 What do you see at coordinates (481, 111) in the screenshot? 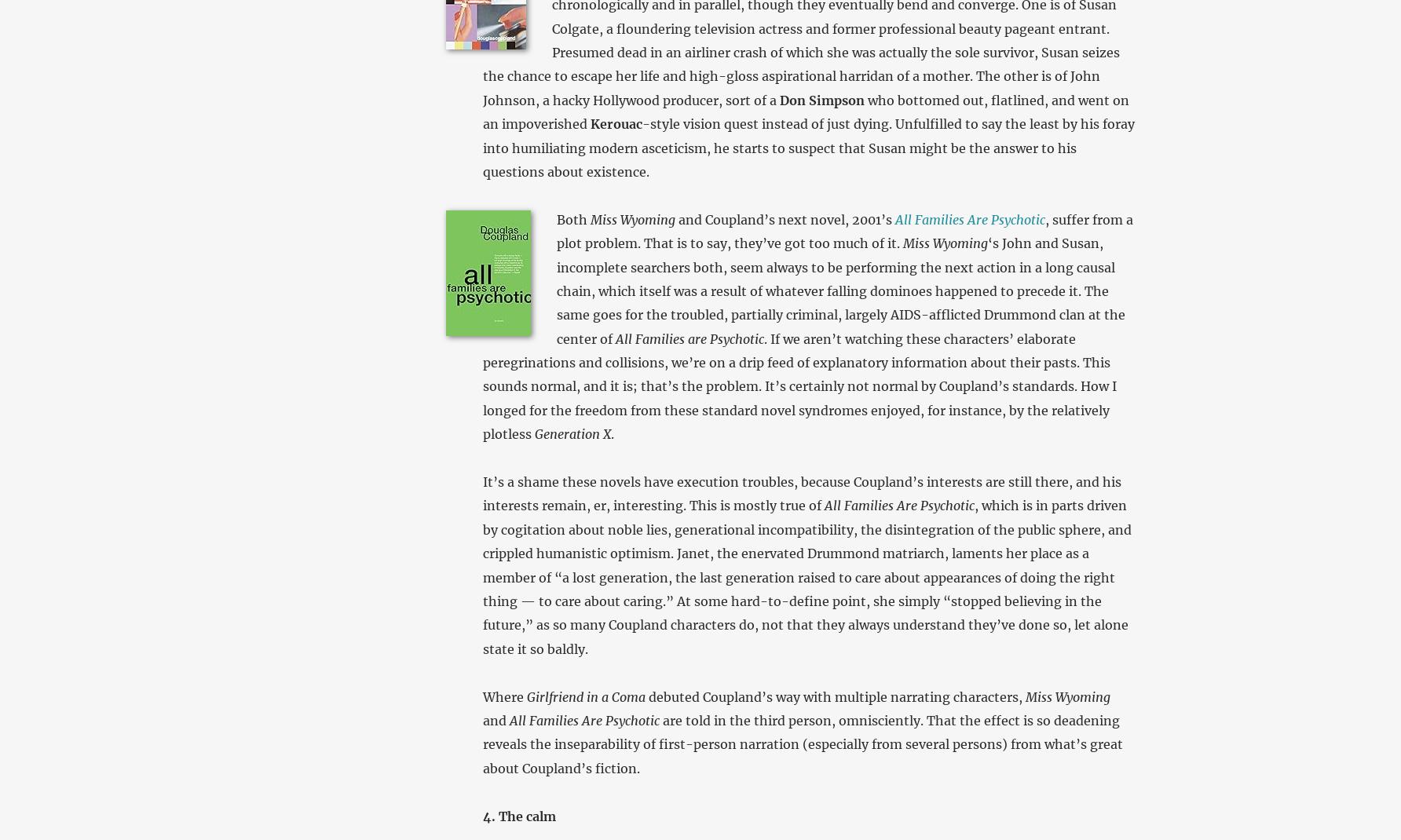
I see `'who bottomed out, flatlined, and went on an impoverished'` at bounding box center [481, 111].